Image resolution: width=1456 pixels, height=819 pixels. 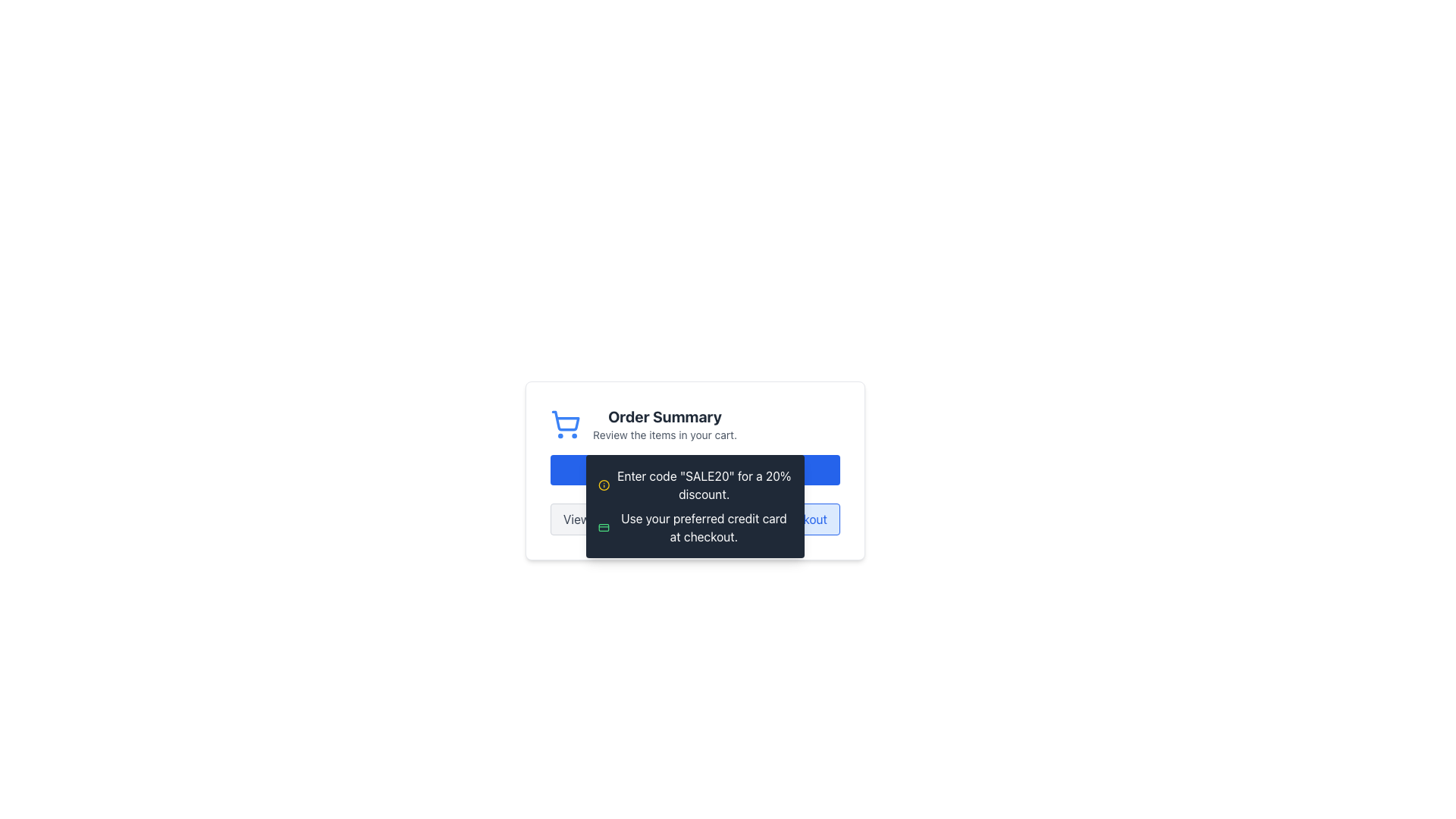 What do you see at coordinates (589, 519) in the screenshot?
I see `the 'View Cart' button, which has a light gray background and dark gray text` at bounding box center [589, 519].